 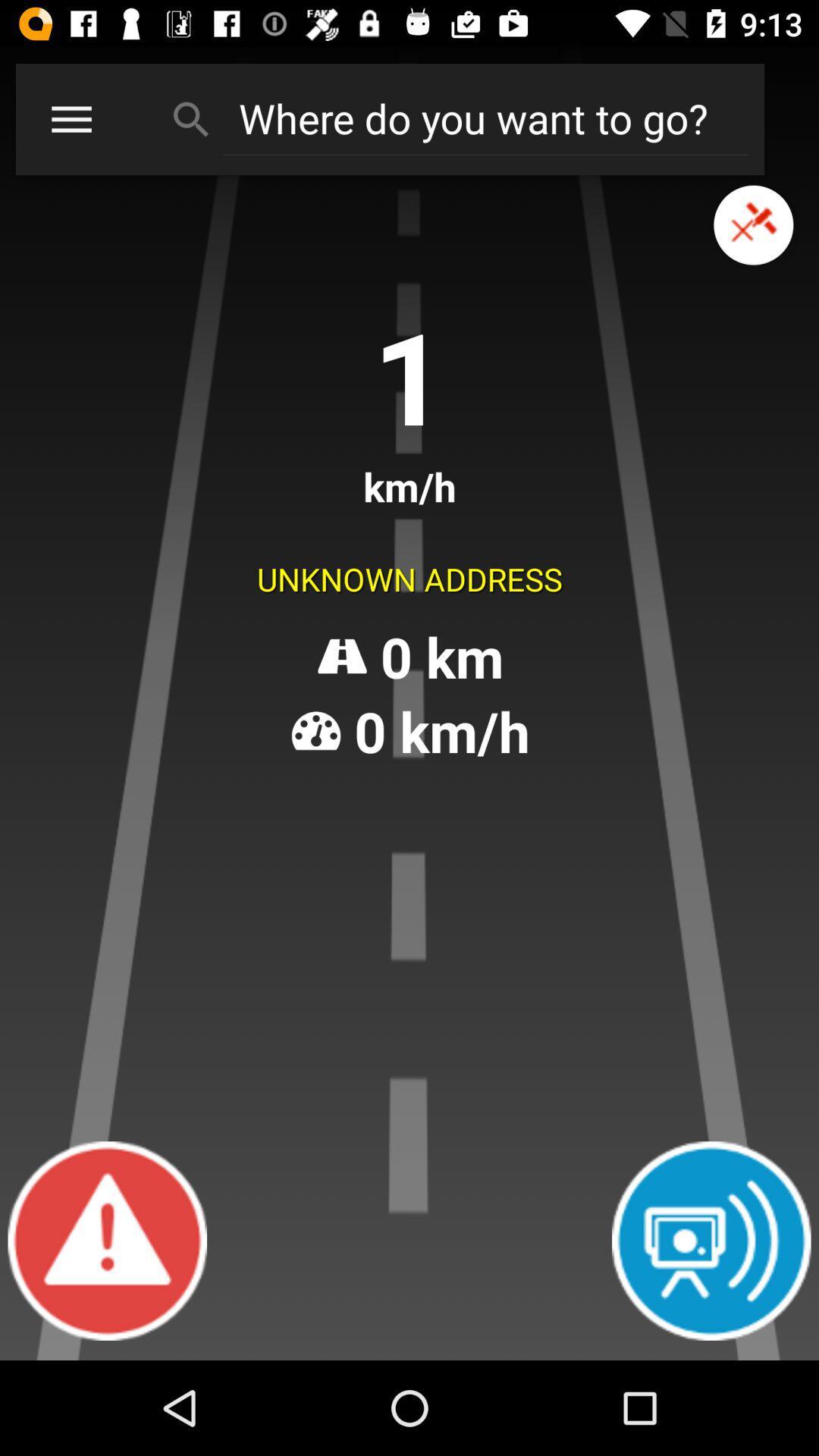 What do you see at coordinates (753, 224) in the screenshot?
I see `icon at the top right corner` at bounding box center [753, 224].